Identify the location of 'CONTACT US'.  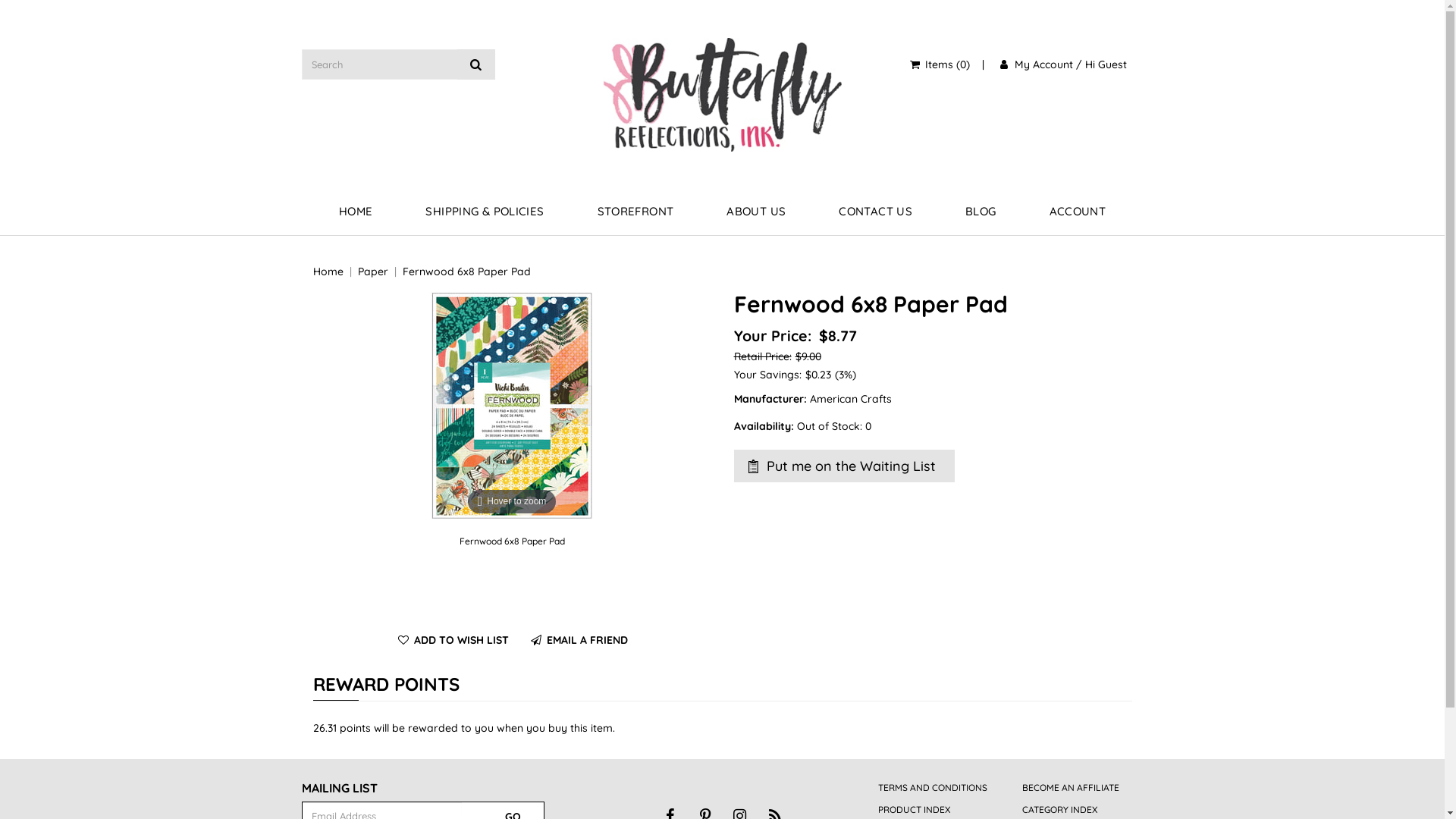
(875, 212).